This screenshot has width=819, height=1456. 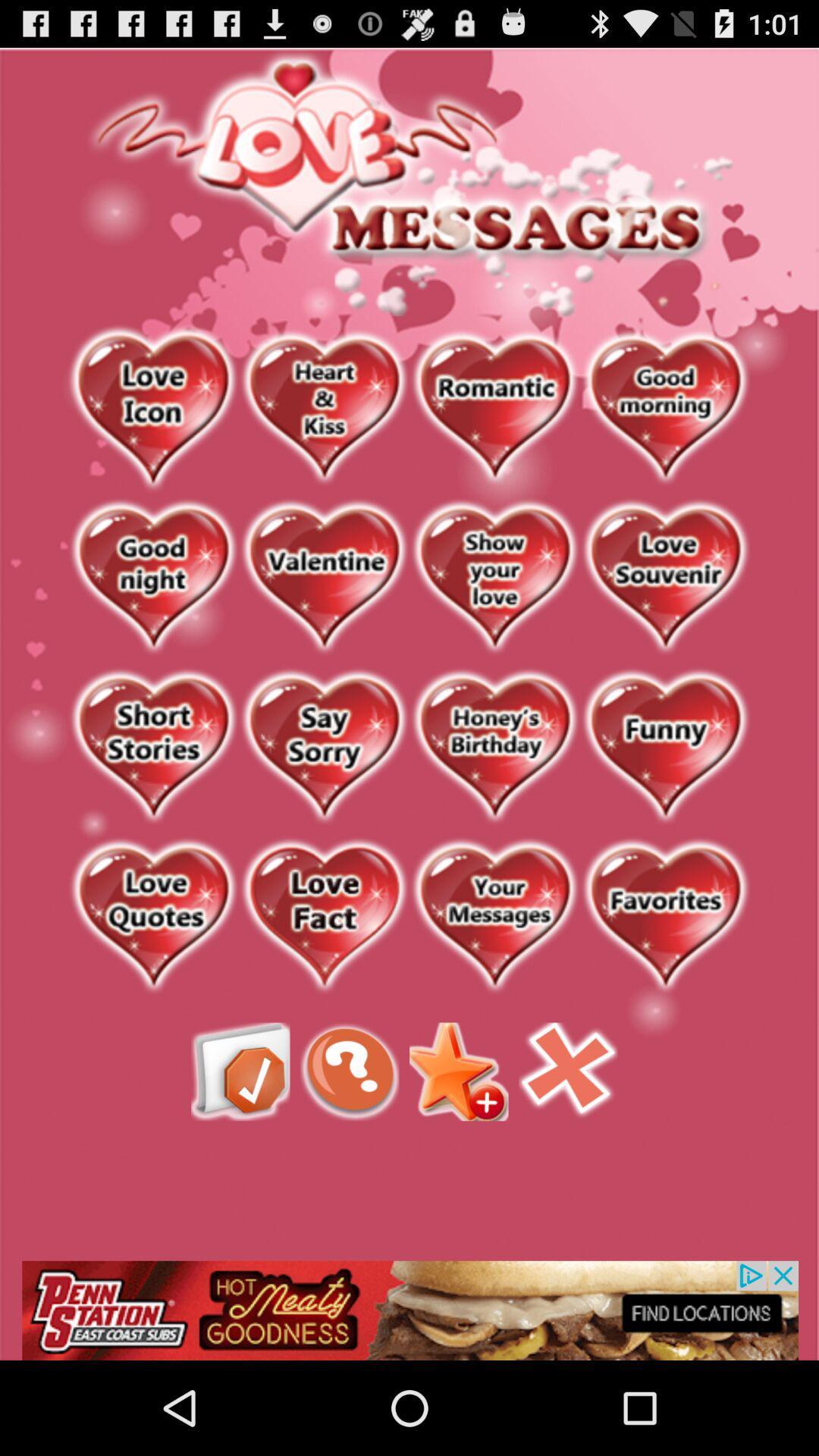 What do you see at coordinates (568, 1071) in the screenshot?
I see `exit` at bounding box center [568, 1071].